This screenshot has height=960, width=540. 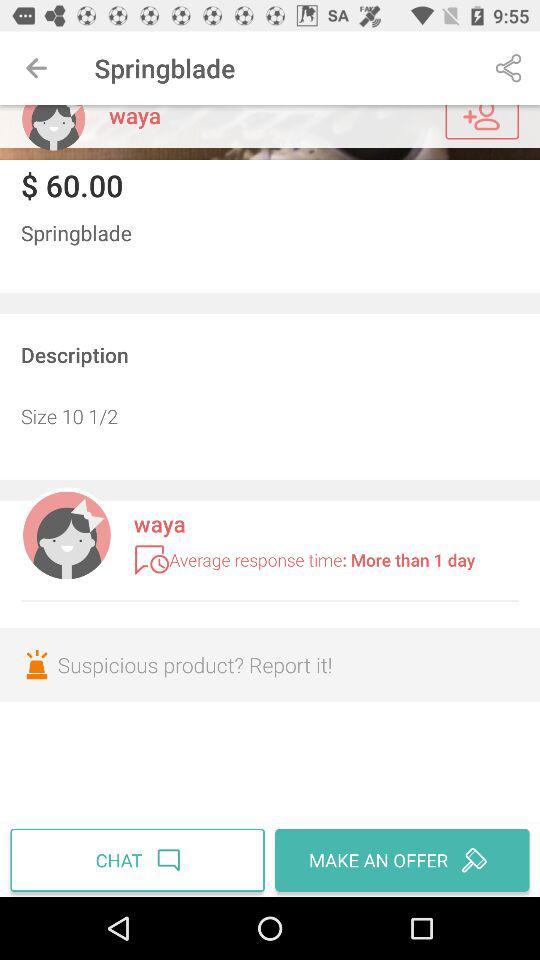 I want to click on the icon to the left of make an offer item, so click(x=139, y=859).